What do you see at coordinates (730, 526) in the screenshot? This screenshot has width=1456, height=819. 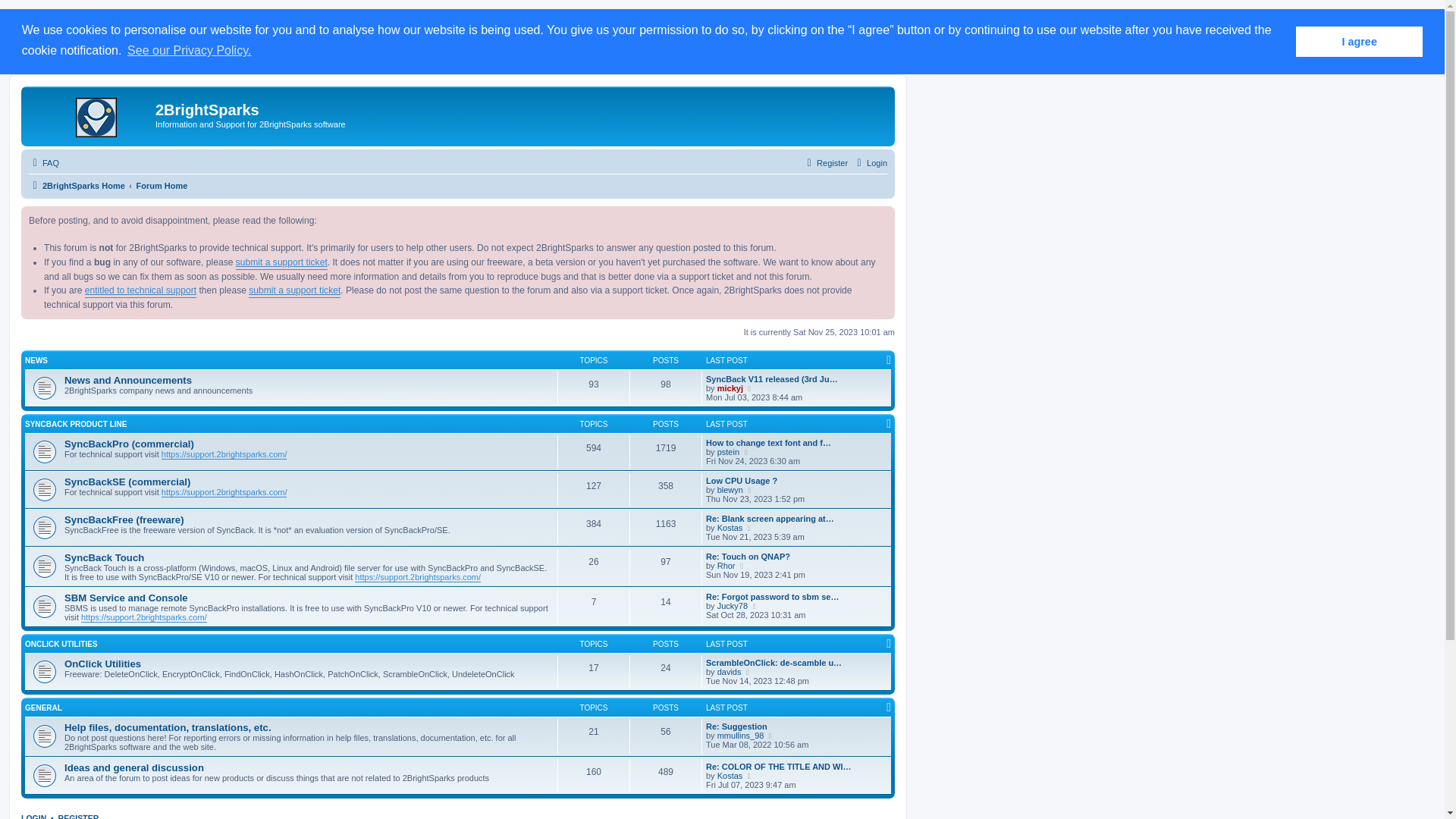 I see `'Kostas'` at bounding box center [730, 526].